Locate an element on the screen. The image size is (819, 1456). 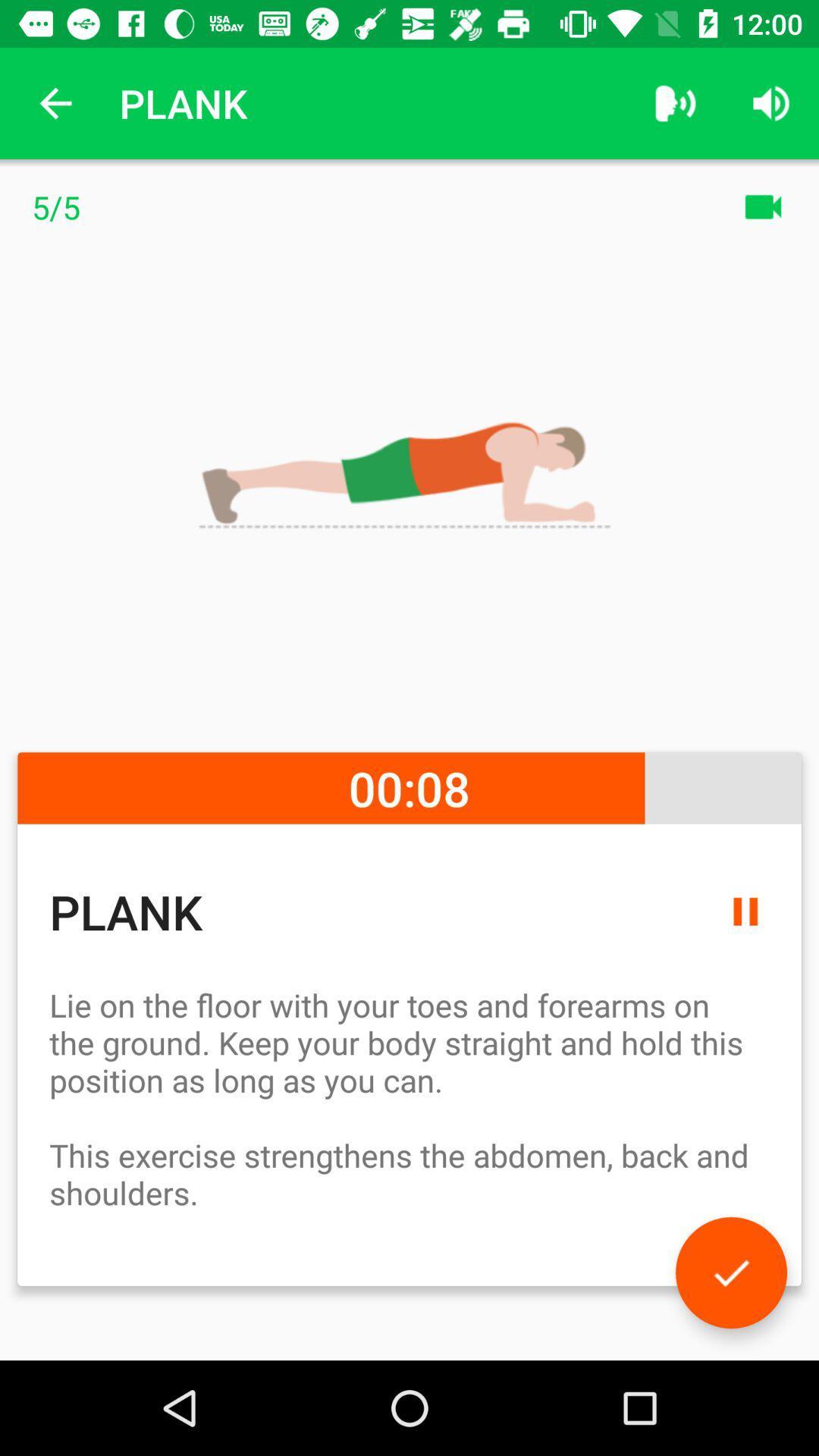
validate the exercice is located at coordinates (730, 1272).